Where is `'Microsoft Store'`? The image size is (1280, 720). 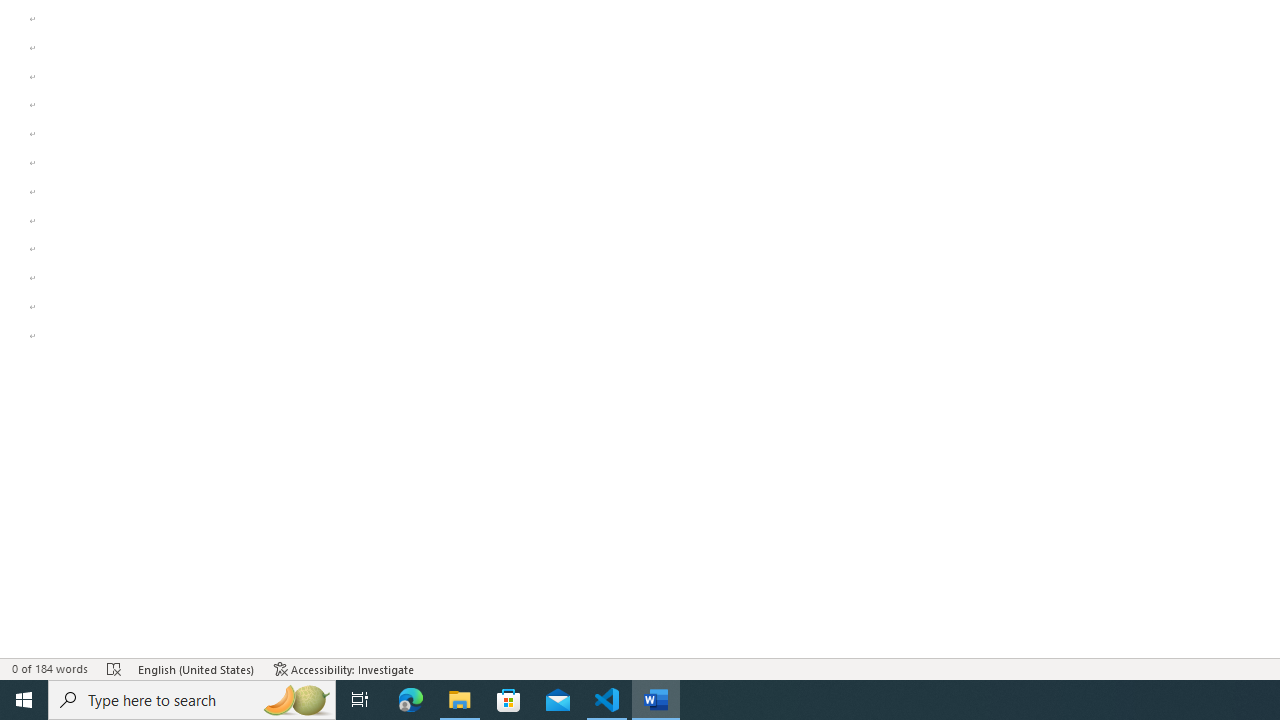
'Microsoft Store' is located at coordinates (509, 698).